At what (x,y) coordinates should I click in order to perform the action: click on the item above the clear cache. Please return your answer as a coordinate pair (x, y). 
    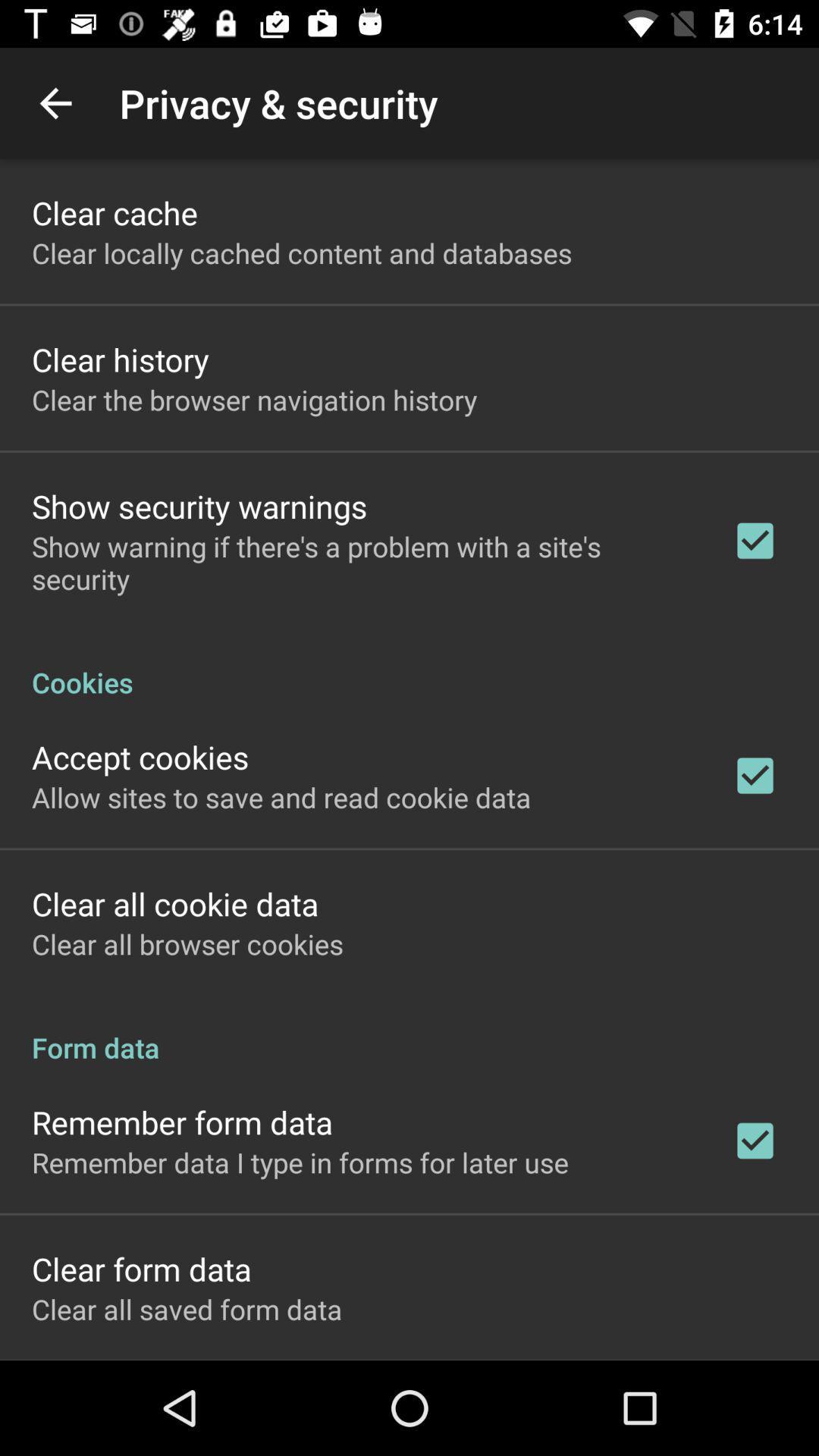
    Looking at the image, I should click on (55, 102).